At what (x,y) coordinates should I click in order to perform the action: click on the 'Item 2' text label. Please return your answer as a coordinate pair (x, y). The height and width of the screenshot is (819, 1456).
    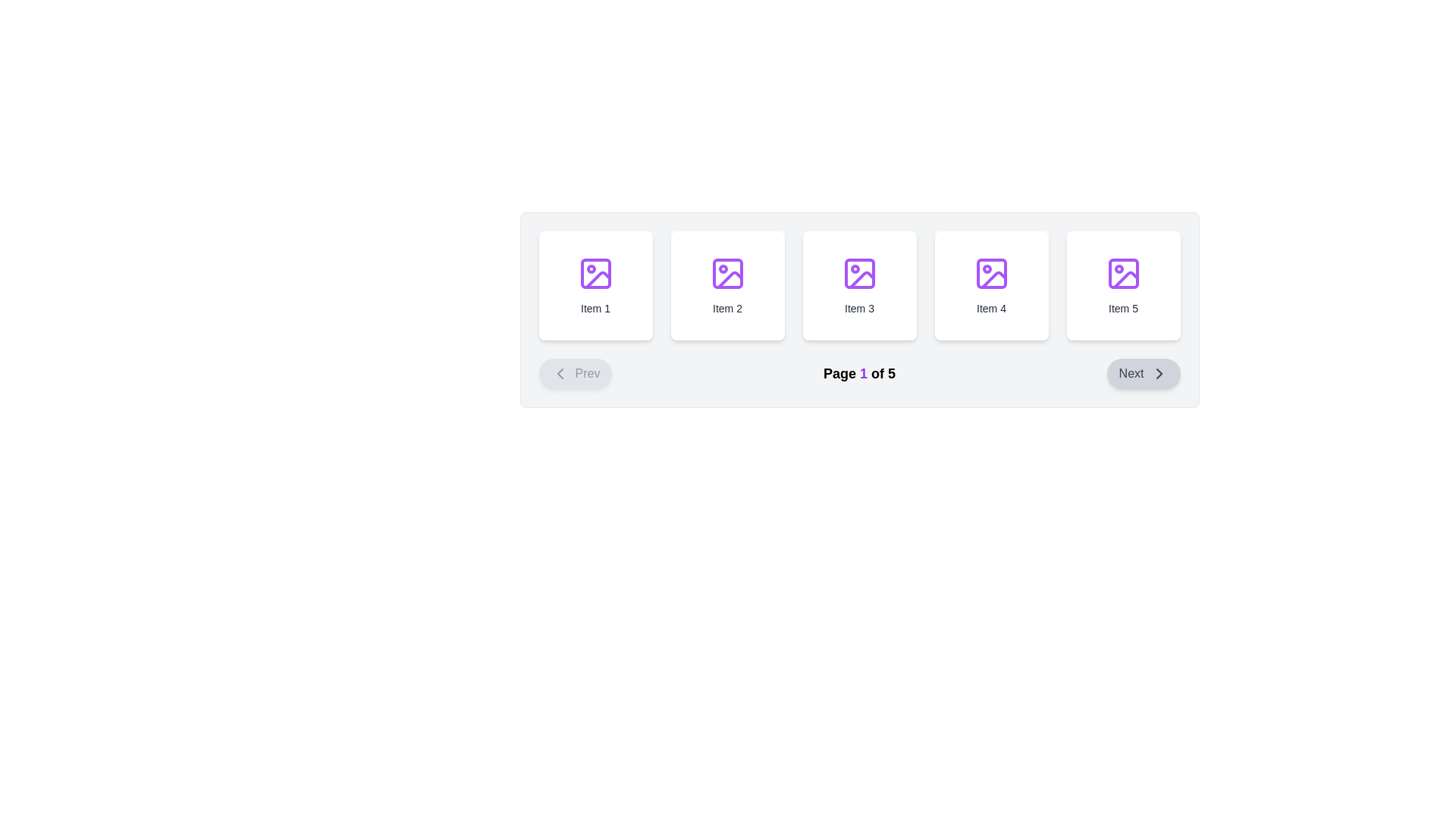
    Looking at the image, I should click on (726, 308).